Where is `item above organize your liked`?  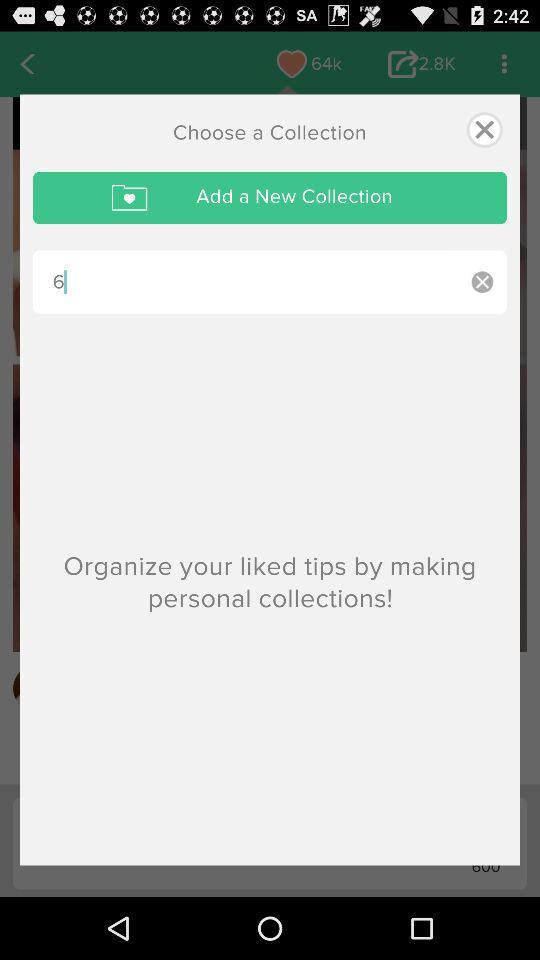 item above organize your liked is located at coordinates (245, 281).